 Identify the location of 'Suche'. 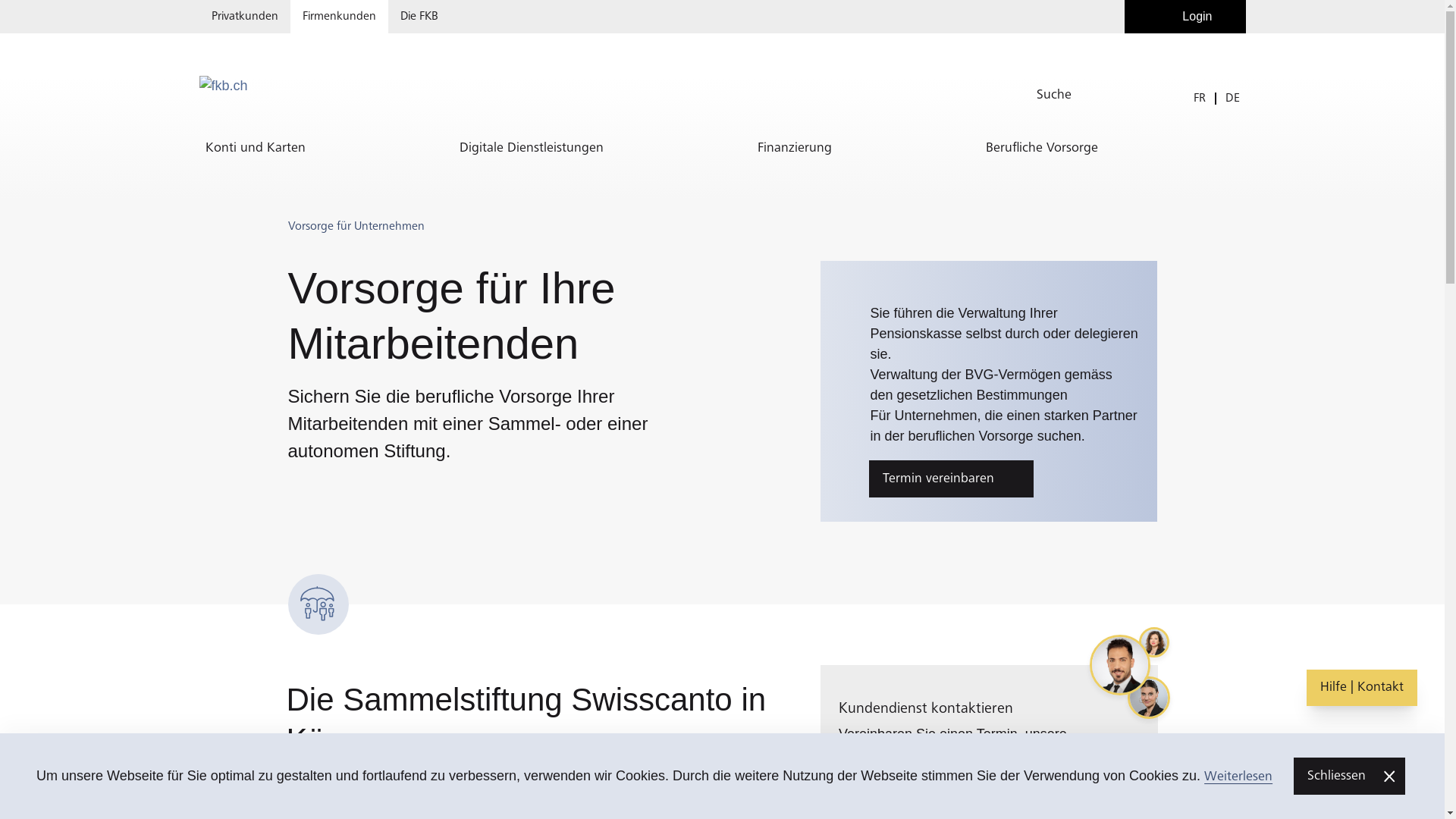
(1114, 95).